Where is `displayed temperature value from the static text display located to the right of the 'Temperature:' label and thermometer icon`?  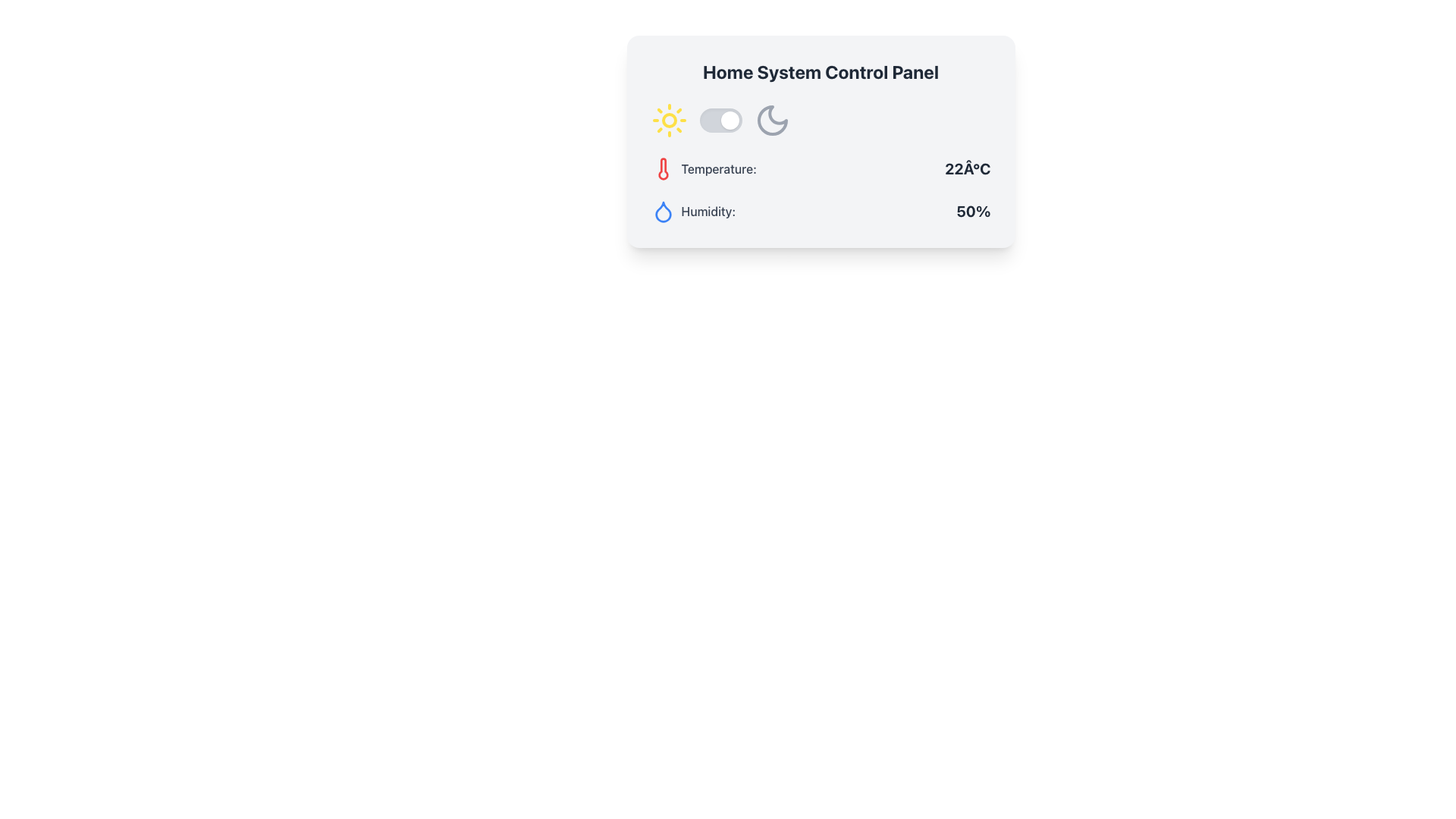 displayed temperature value from the static text display located to the right of the 'Temperature:' label and thermometer icon is located at coordinates (967, 169).